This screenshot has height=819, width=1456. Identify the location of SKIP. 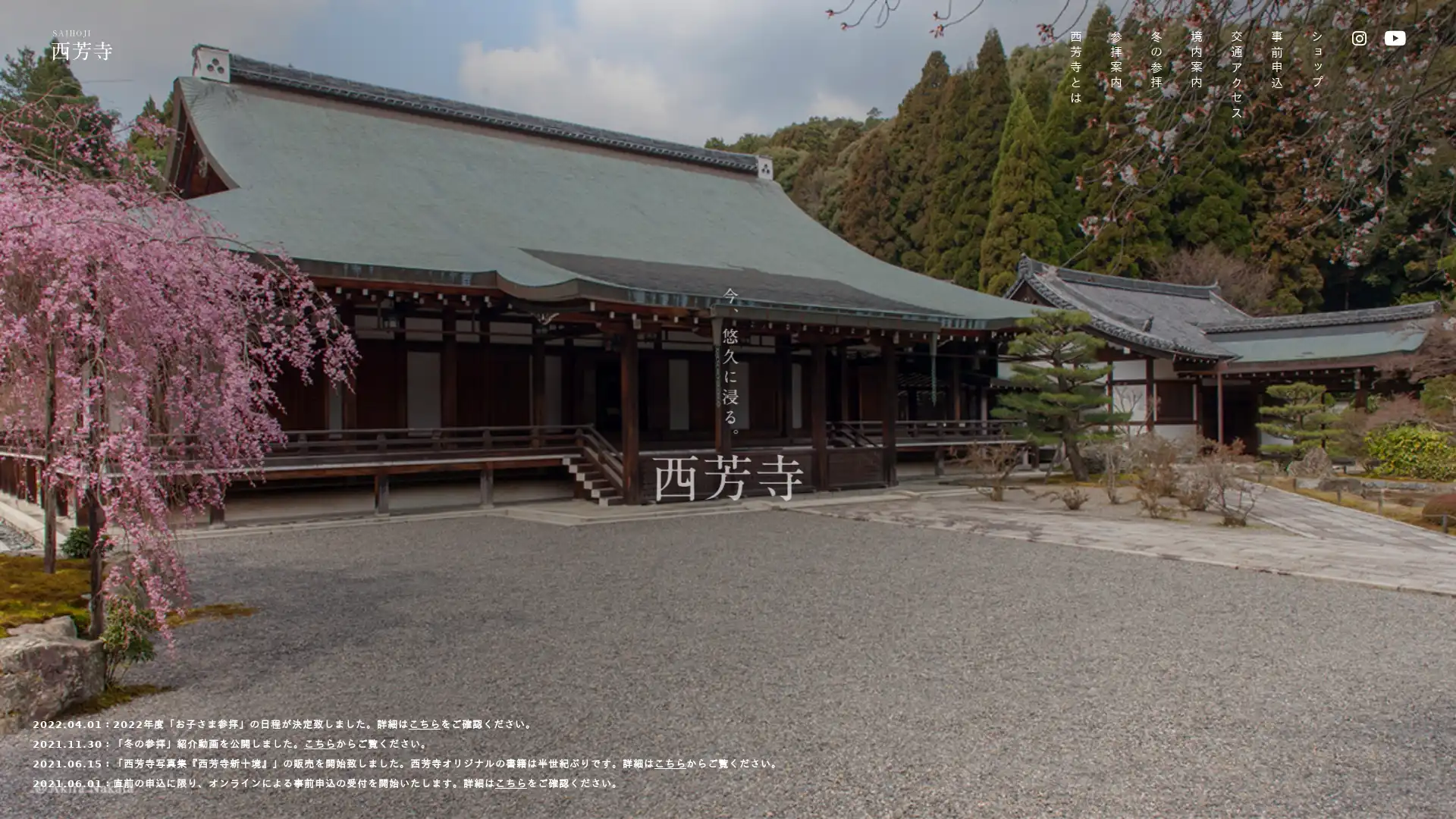
(726, 467).